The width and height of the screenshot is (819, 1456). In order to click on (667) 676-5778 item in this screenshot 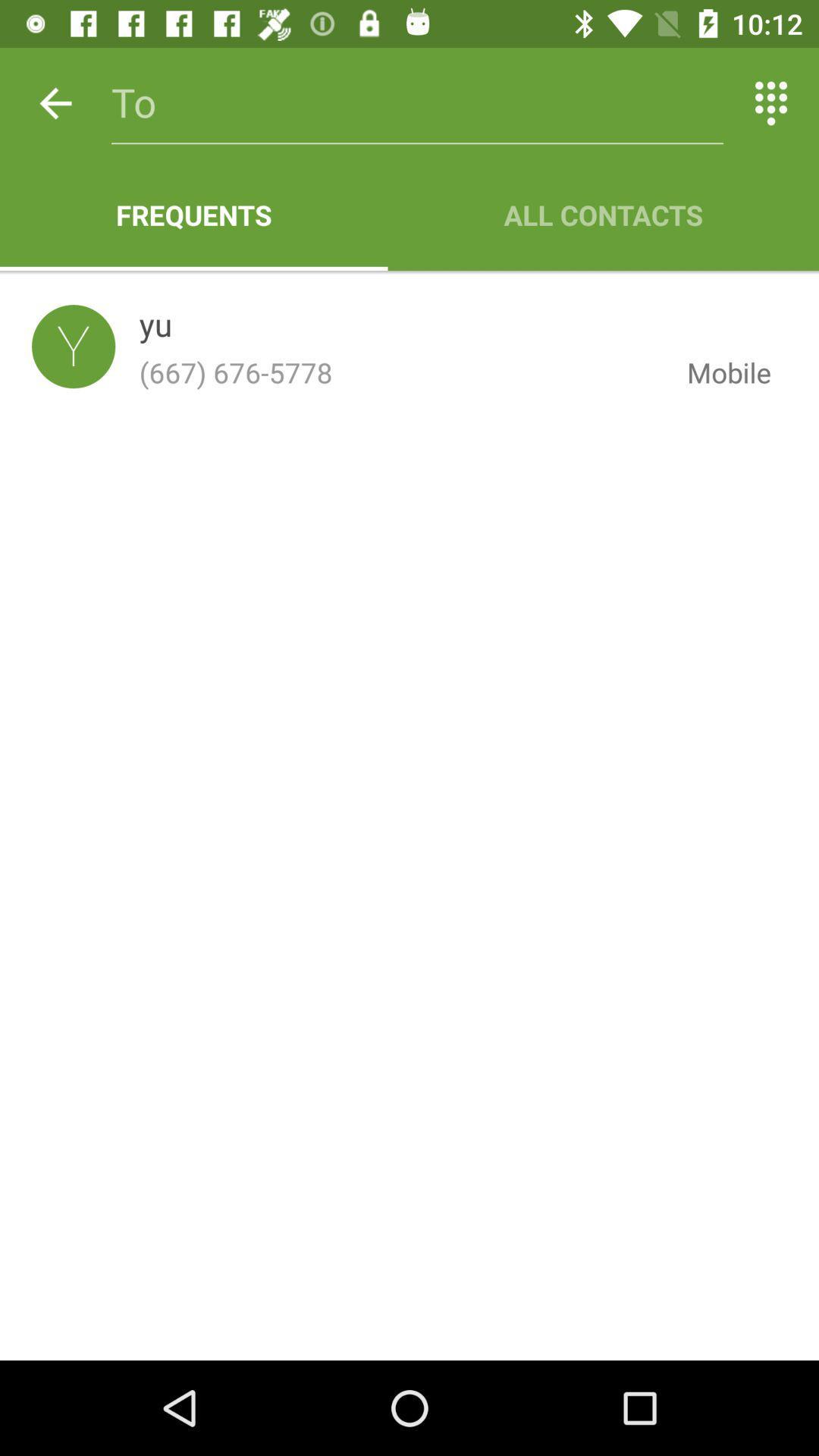, I will do `click(400, 372)`.